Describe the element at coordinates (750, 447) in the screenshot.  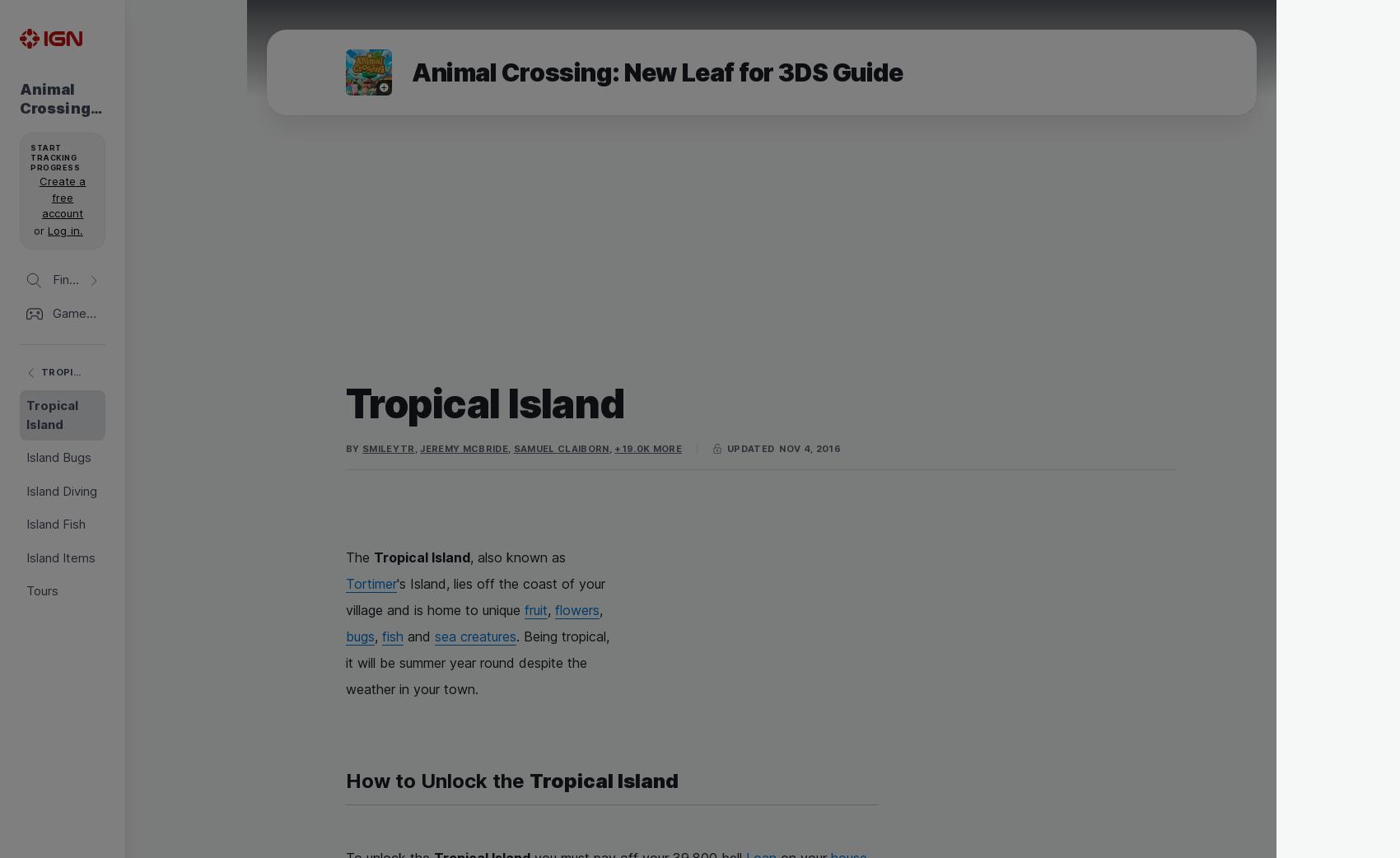
I see `'updated'` at that location.